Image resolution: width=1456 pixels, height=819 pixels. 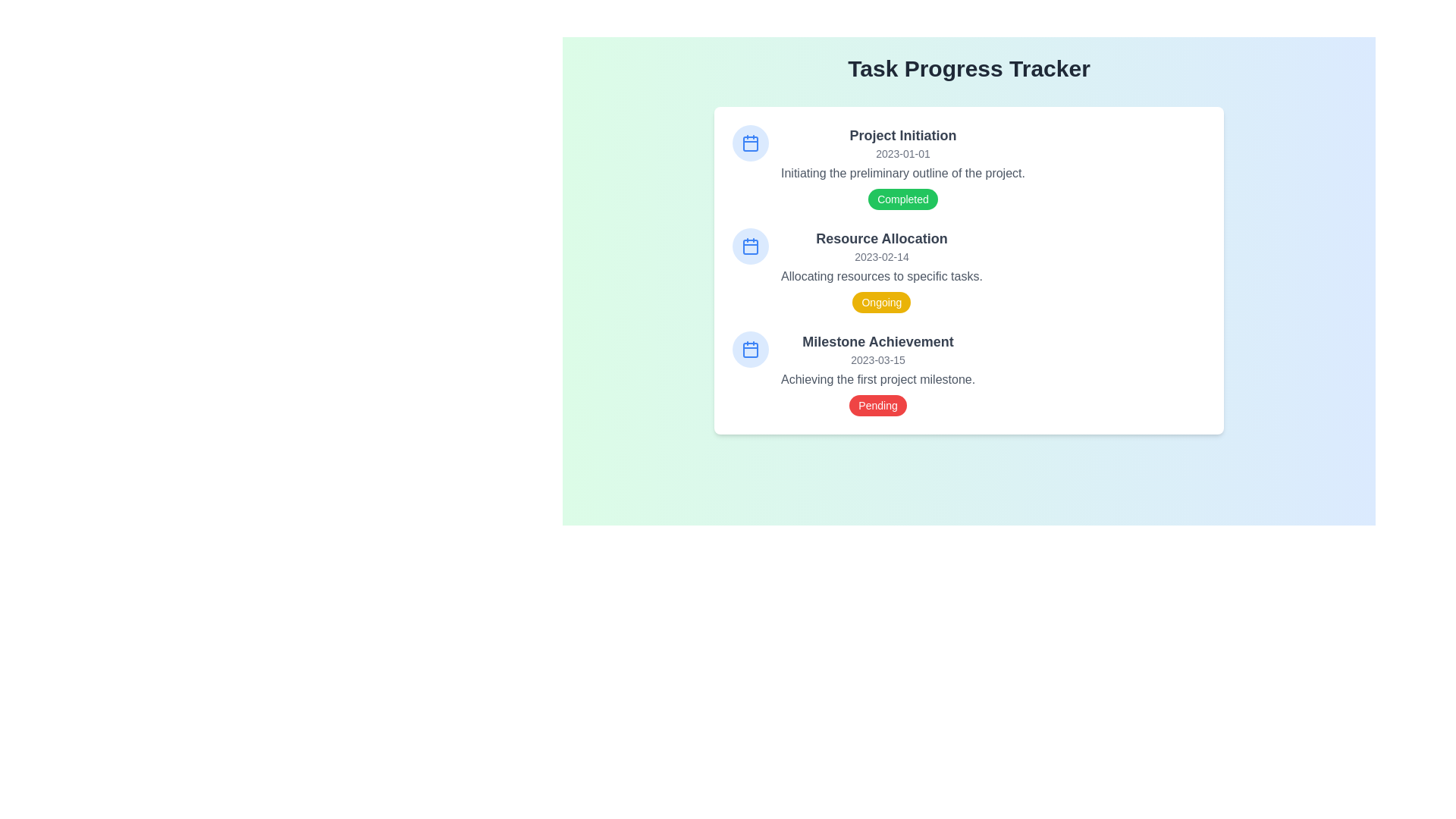 What do you see at coordinates (750, 143) in the screenshot?
I see `the calendar icon styled with rounded corners, featuring blue color and placed within a light blue circular background, located next to the 'Project Initiation' task item in the 'Task Progress Tracker' interface` at bounding box center [750, 143].